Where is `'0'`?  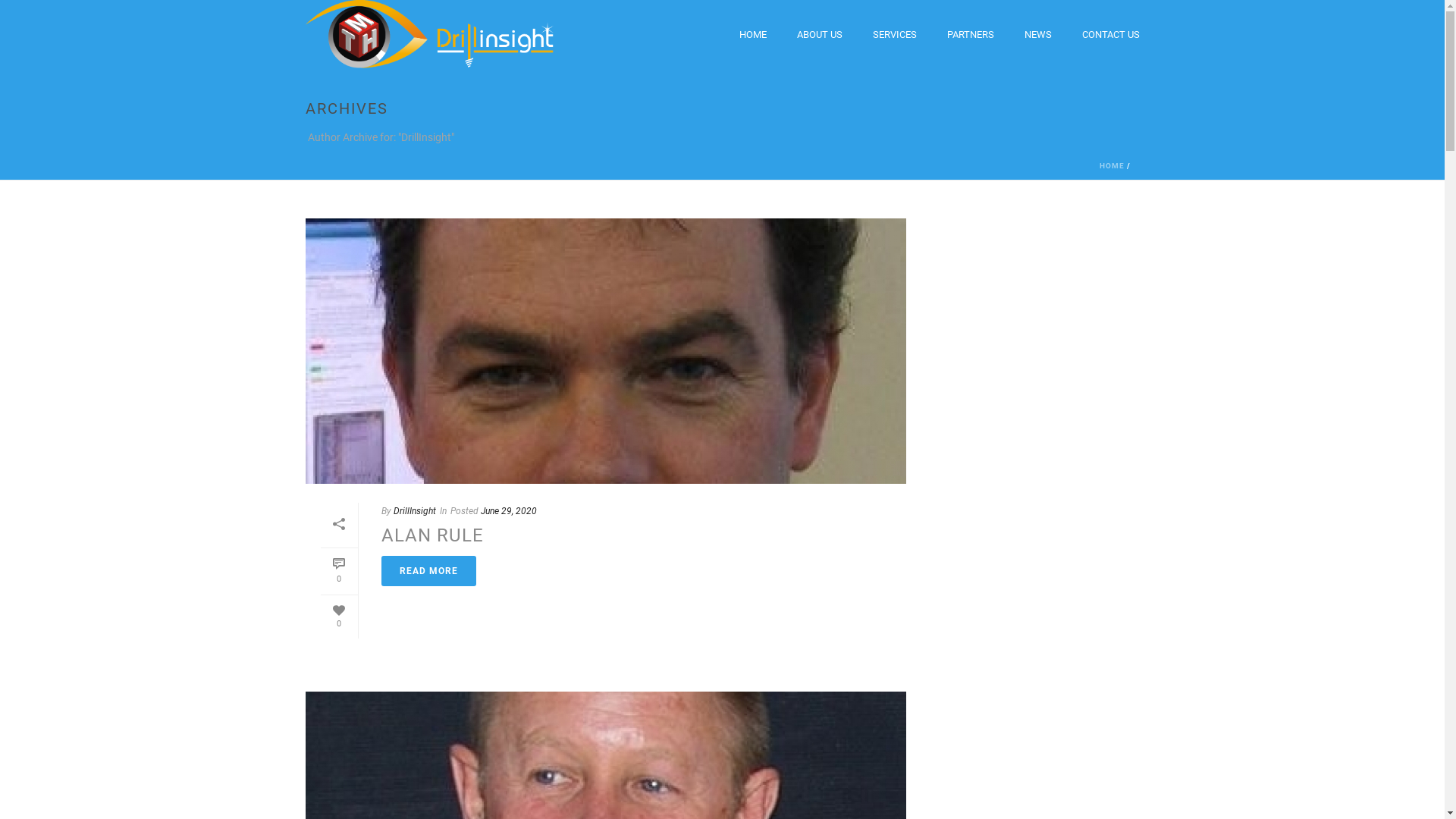
'0' is located at coordinates (337, 617).